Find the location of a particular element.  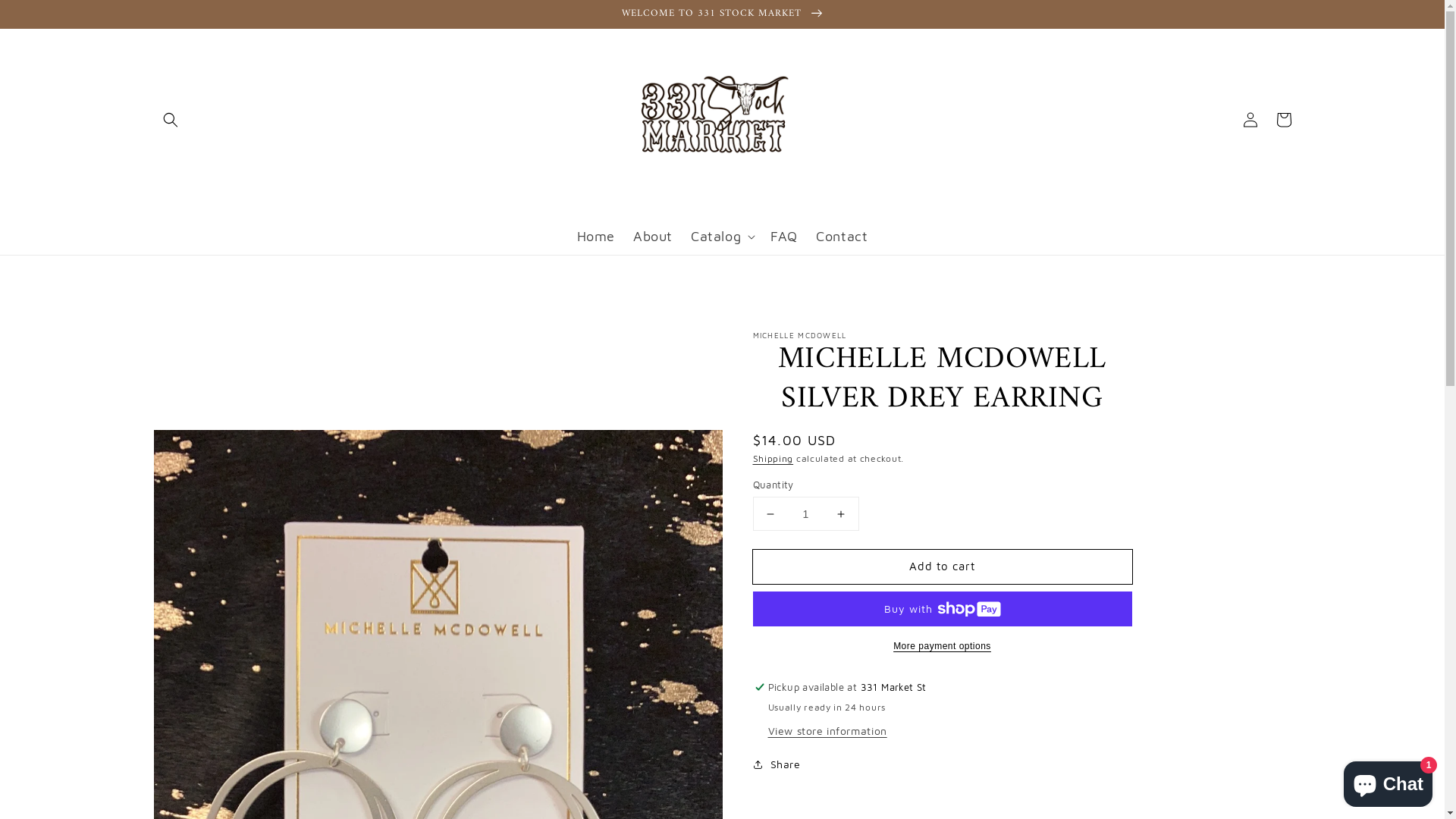

'Home' is located at coordinates (566, 236).